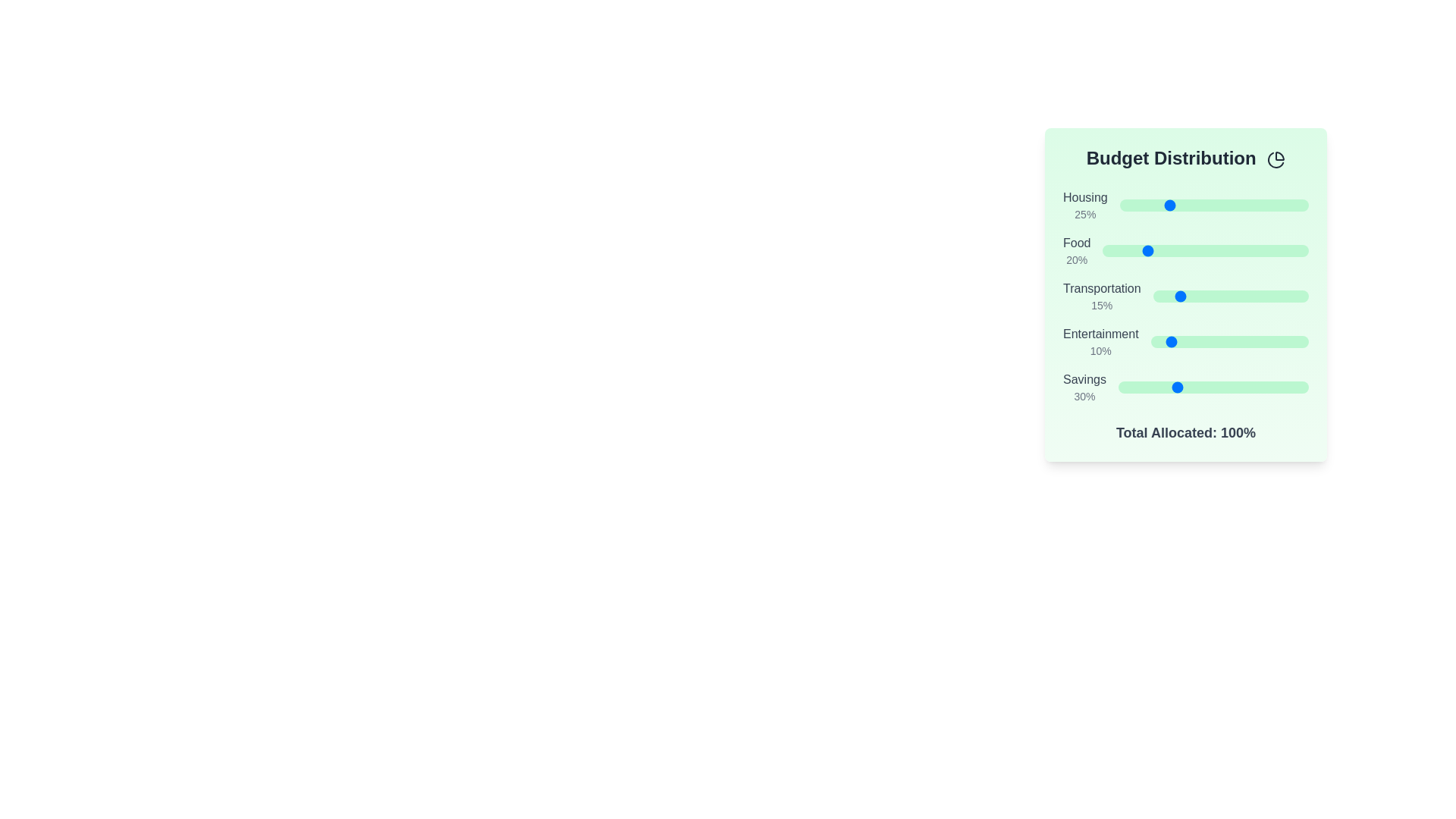 The height and width of the screenshot is (819, 1456). What do you see at coordinates (1141, 386) in the screenshot?
I see `the 'Savings' slider to set its value to 12%` at bounding box center [1141, 386].